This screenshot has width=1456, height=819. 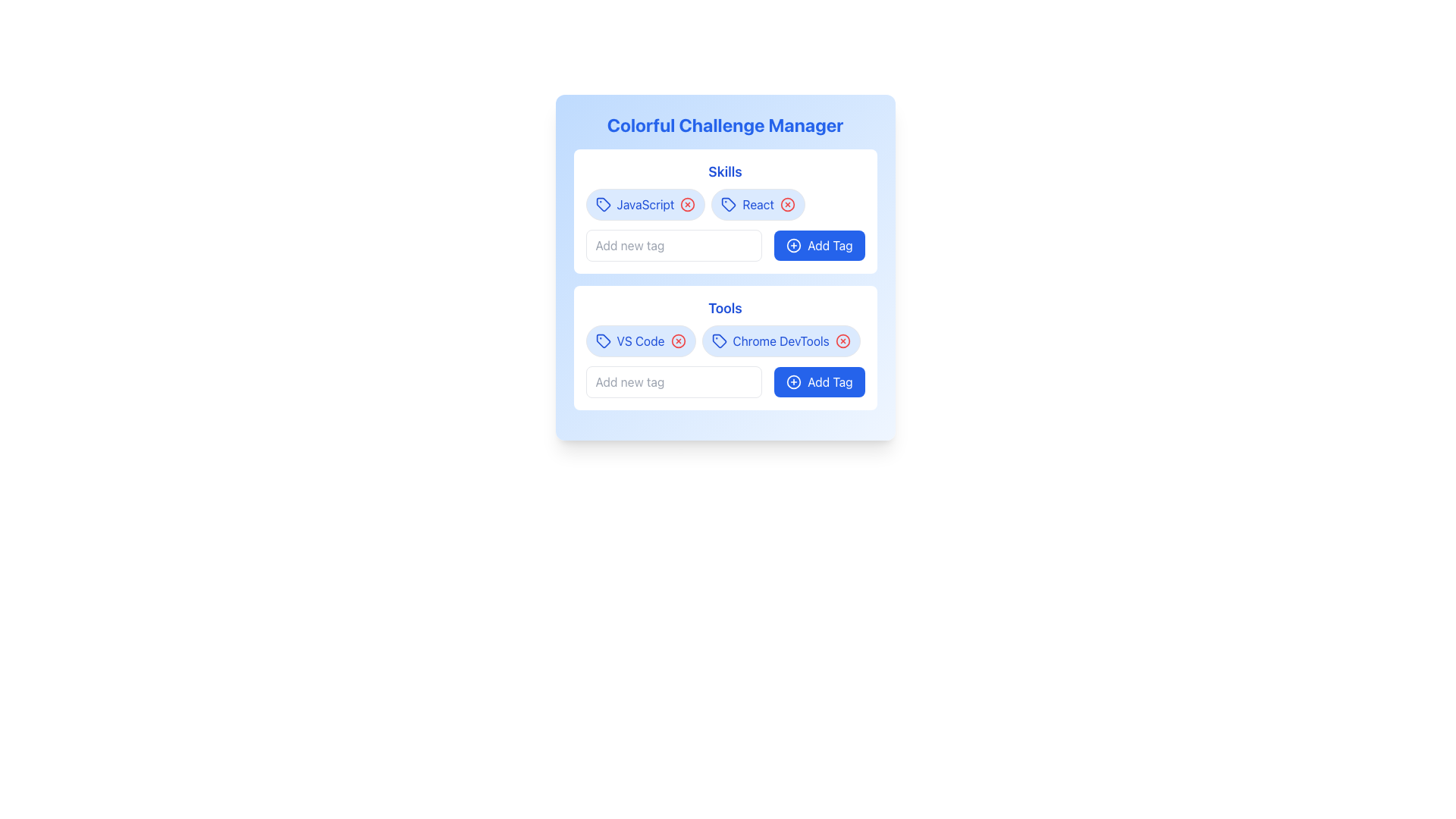 I want to click on the 'Skills' text label, which is styled in bold blue font and is located at the top of its section with a white background, so click(x=724, y=171).